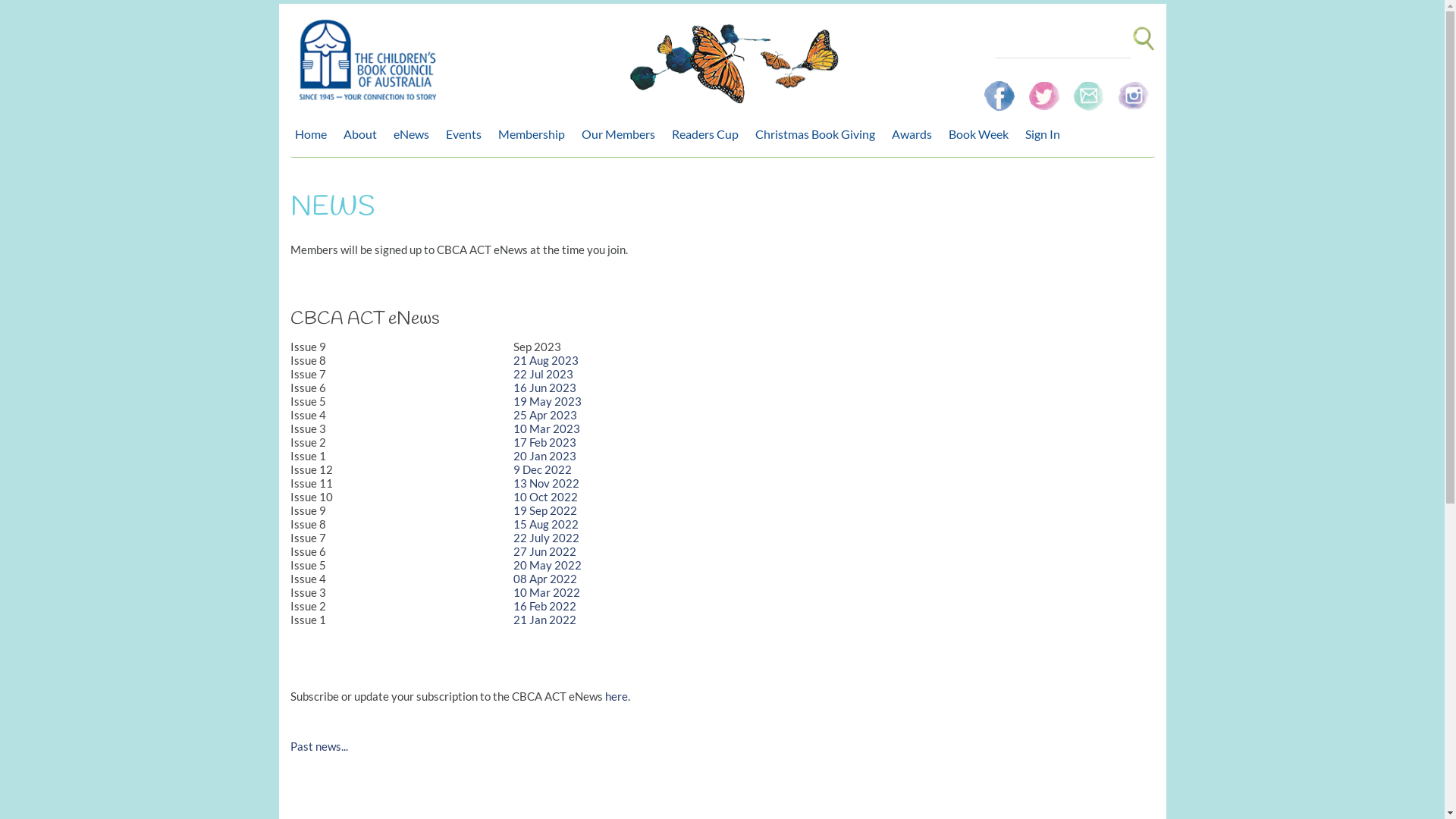 The image size is (1456, 819). Describe the element at coordinates (915, 133) in the screenshot. I see `'Awards'` at that location.